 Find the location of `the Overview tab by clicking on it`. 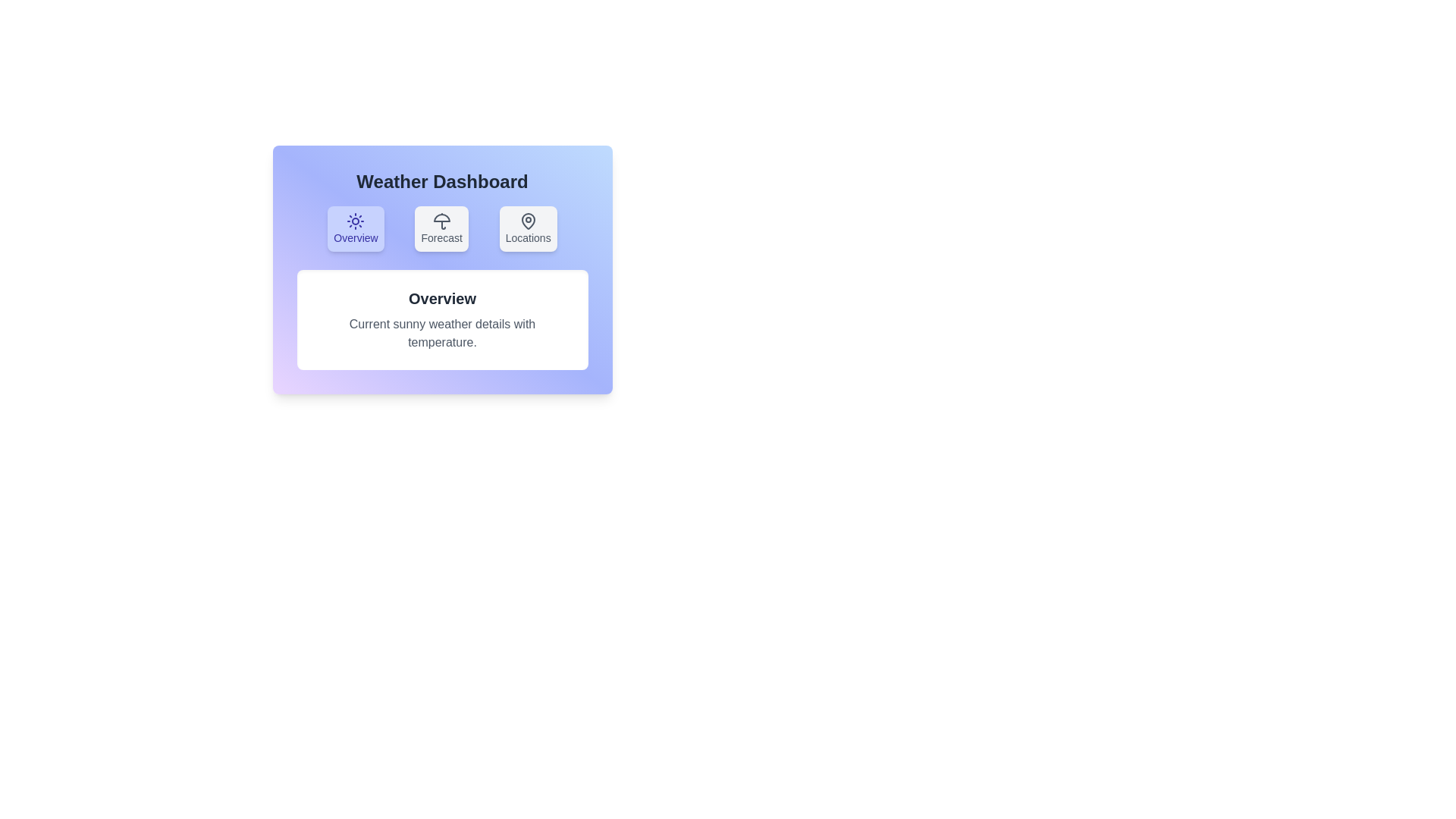

the Overview tab by clicking on it is located at coordinates (355, 228).